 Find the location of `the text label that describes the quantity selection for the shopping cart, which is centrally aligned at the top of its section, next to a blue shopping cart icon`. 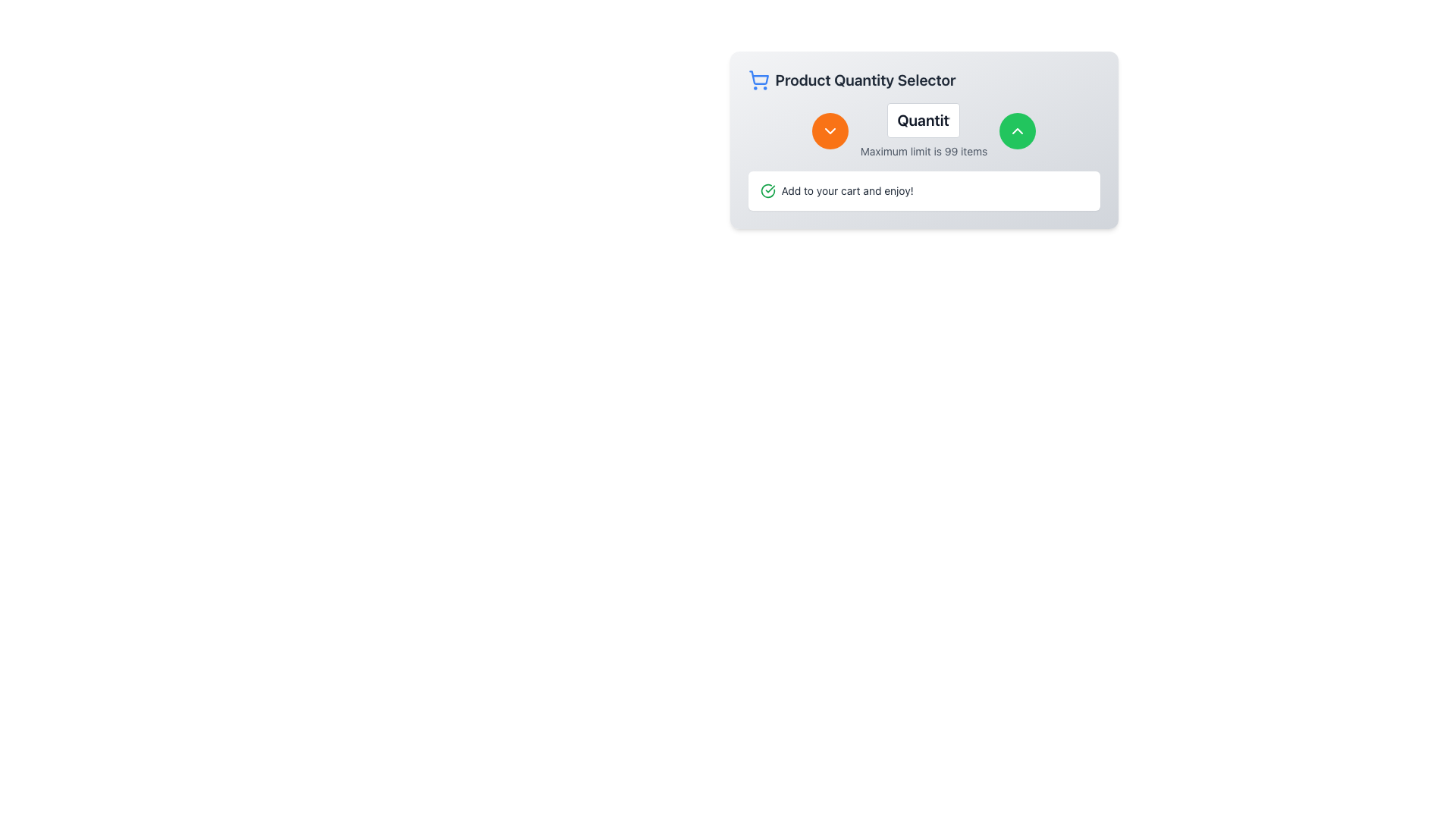

the text label that describes the quantity selection for the shopping cart, which is centrally aligned at the top of its section, next to a blue shopping cart icon is located at coordinates (865, 80).